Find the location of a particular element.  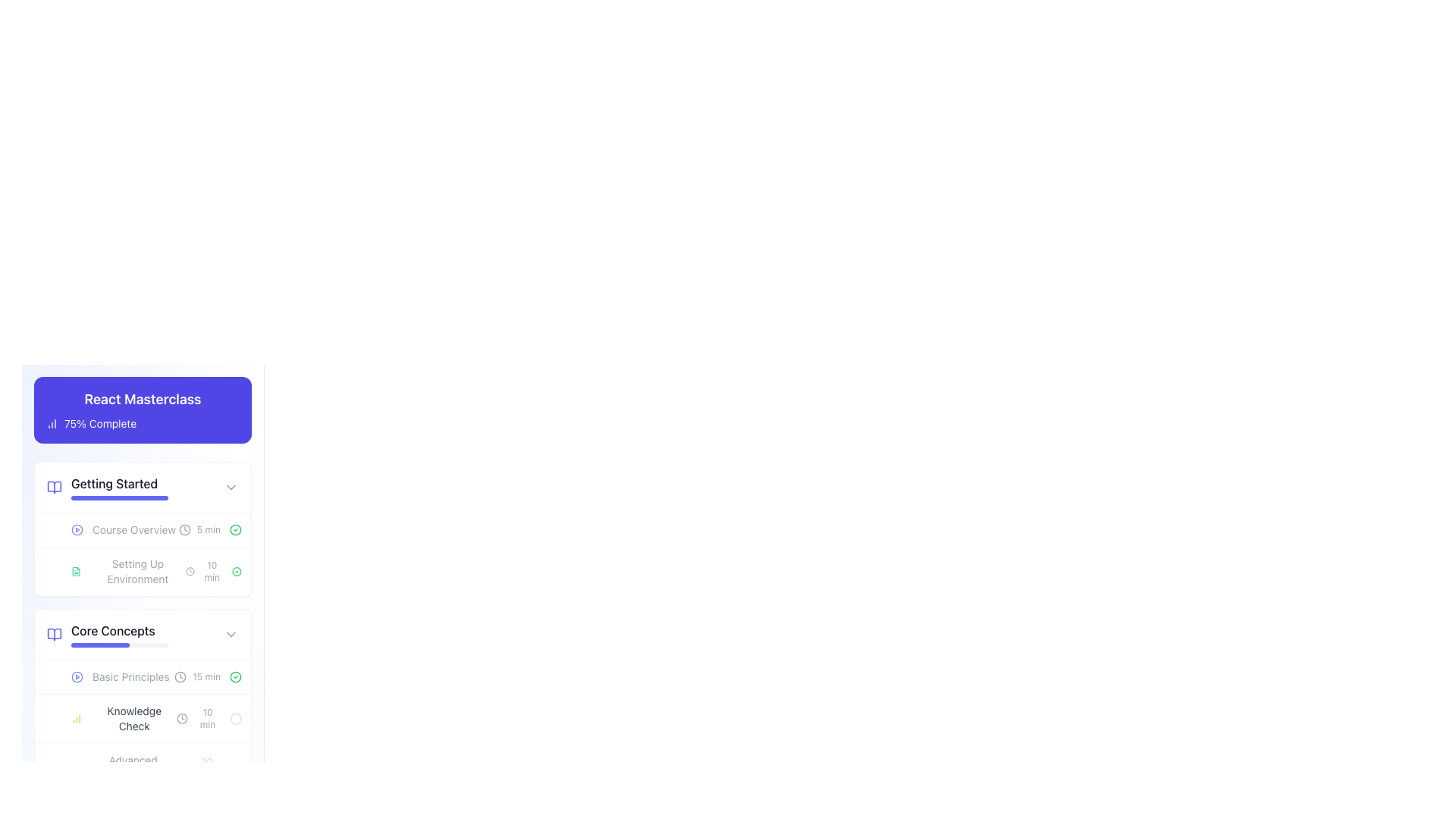

the third list item under the 'Core Concepts' section, which represents a specific topic or module within a course is located at coordinates (143, 767).